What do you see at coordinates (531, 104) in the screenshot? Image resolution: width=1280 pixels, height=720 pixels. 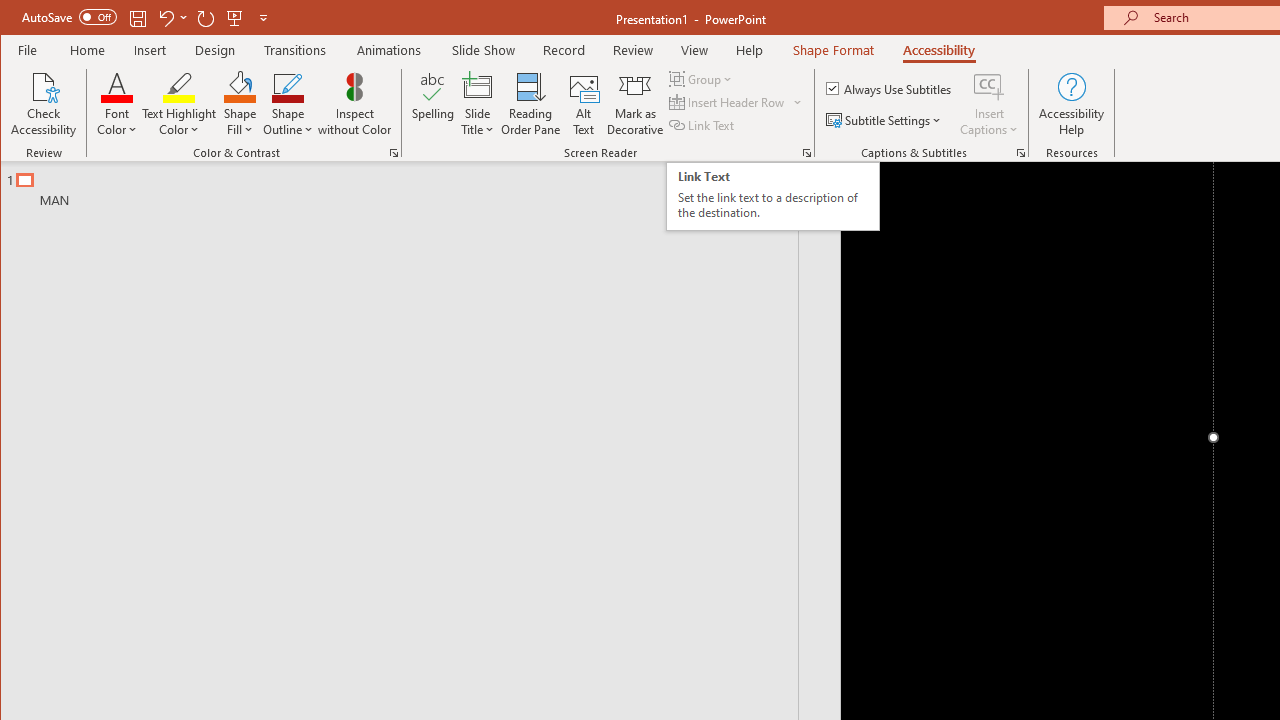 I see `'Reading Order Pane'` at bounding box center [531, 104].